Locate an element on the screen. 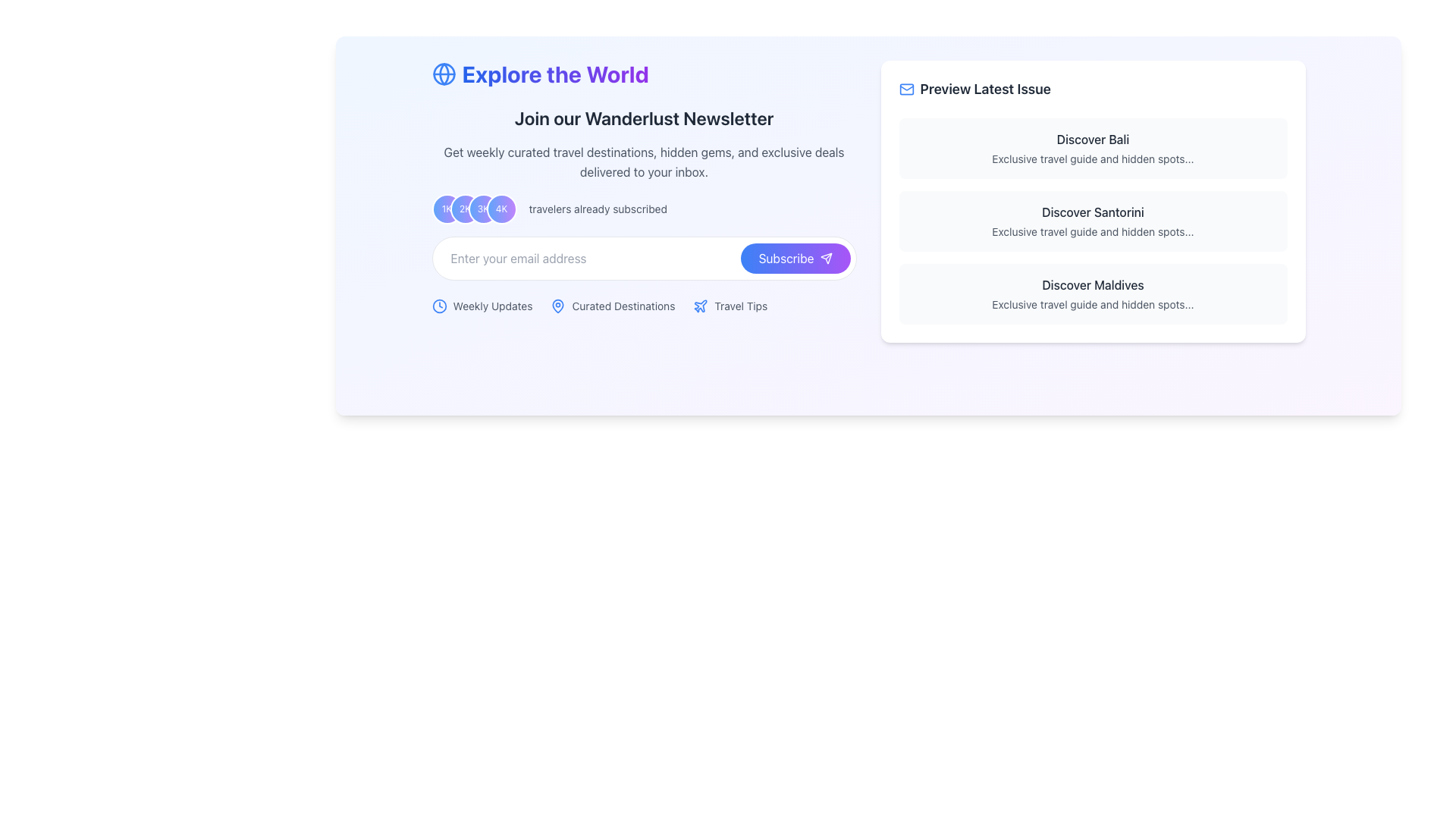 Image resolution: width=1456 pixels, height=819 pixels. the envelope icon which is centrally located within the envelope graphic, adjacent to the 'Subscribe' button is located at coordinates (906, 88).